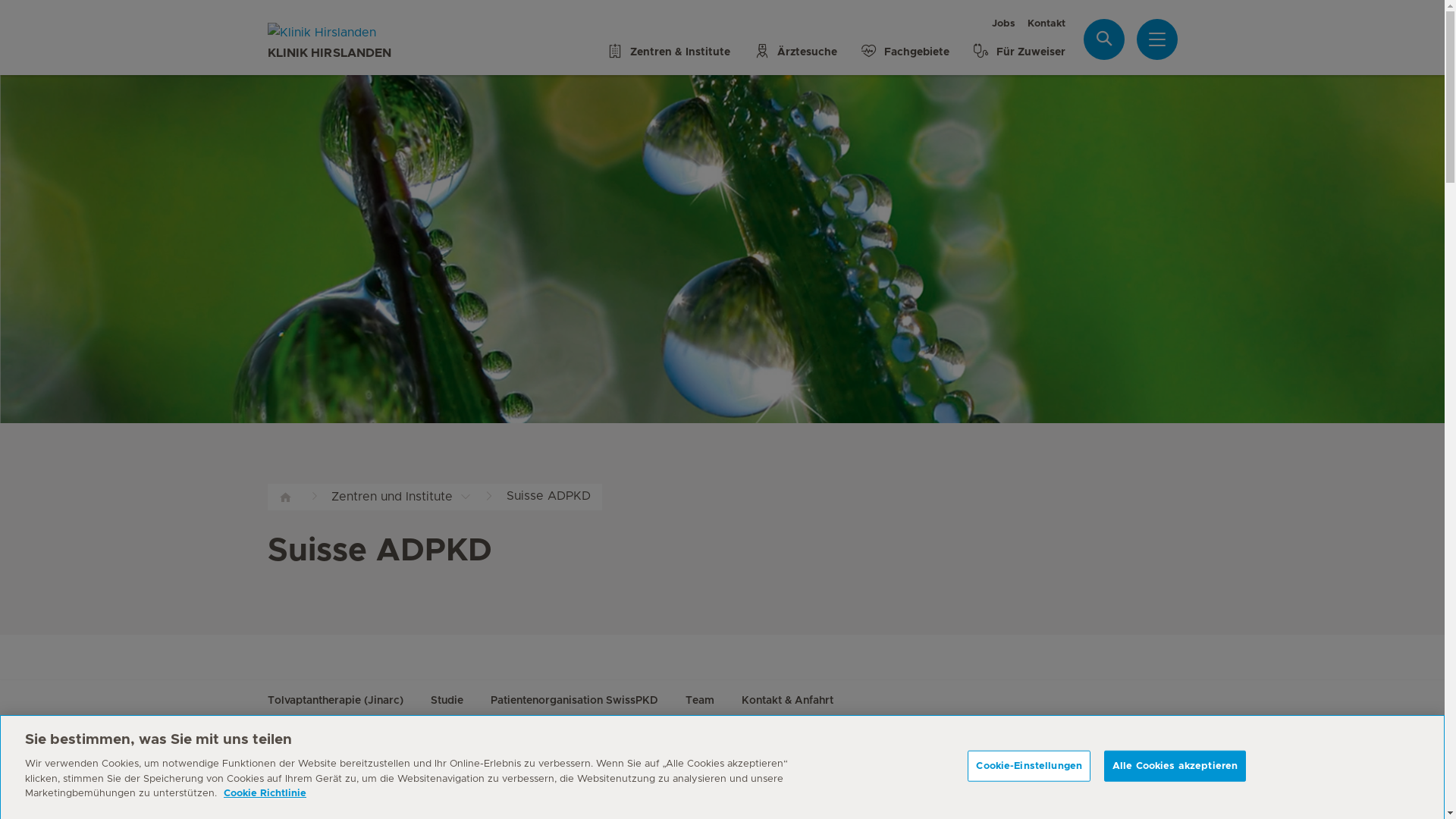 The image size is (1456, 819). Describe the element at coordinates (429, 701) in the screenshot. I see `'Studie'` at that location.